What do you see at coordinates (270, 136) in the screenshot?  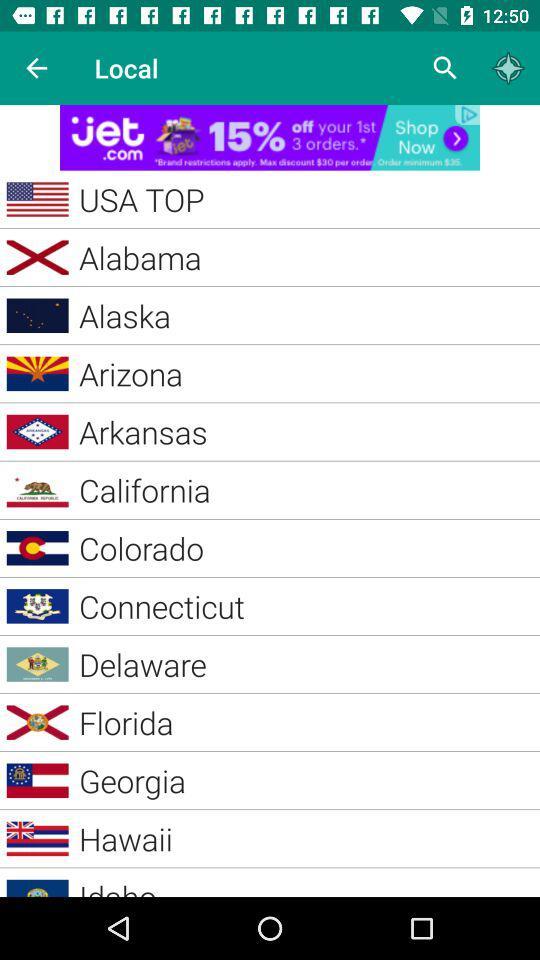 I see `for advertisement` at bounding box center [270, 136].